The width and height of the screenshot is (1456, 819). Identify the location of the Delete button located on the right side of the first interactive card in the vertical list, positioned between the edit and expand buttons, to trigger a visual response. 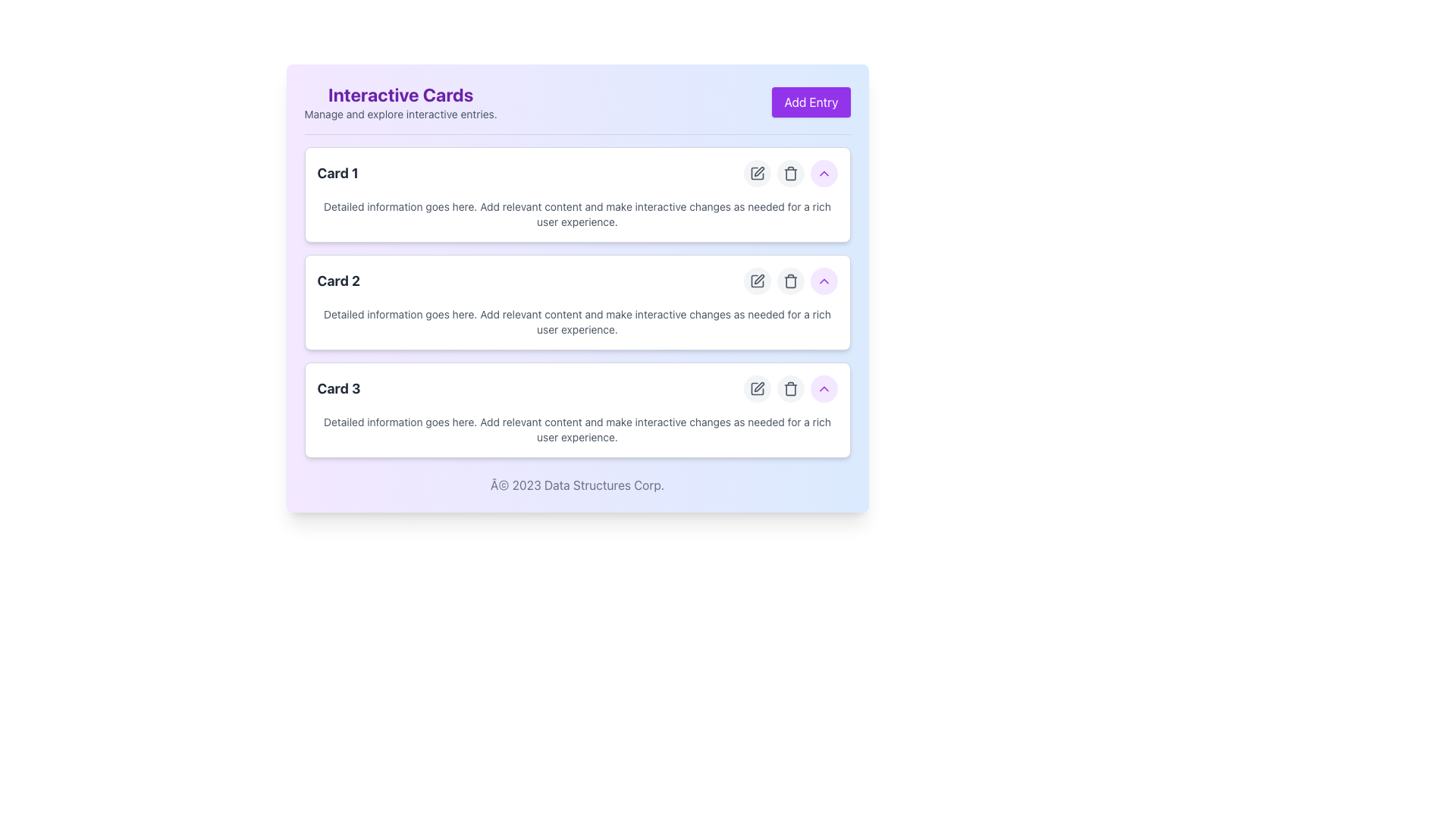
(789, 172).